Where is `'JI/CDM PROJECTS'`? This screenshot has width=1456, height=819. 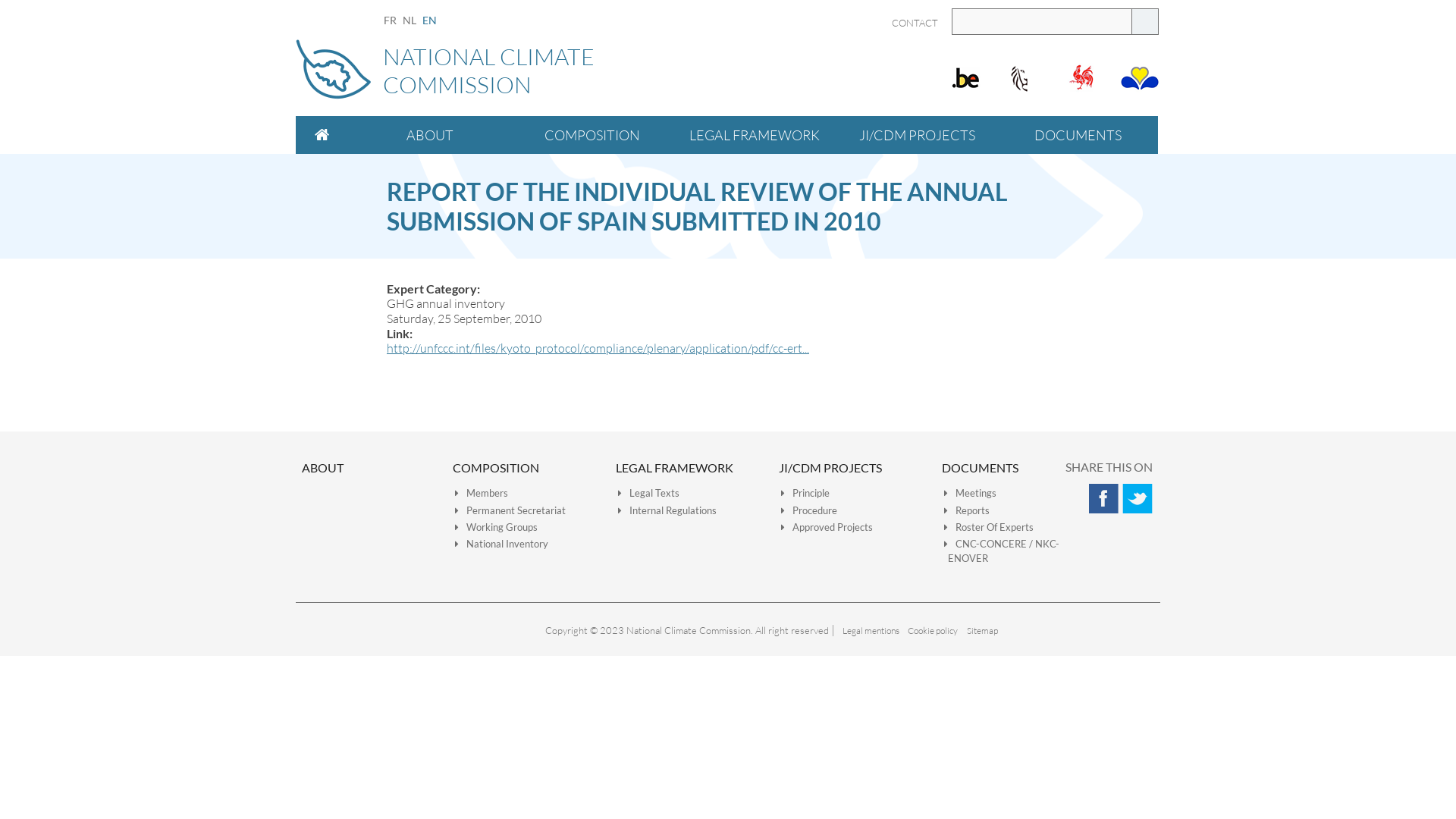
'JI/CDM PROJECTS' is located at coordinates (835, 133).